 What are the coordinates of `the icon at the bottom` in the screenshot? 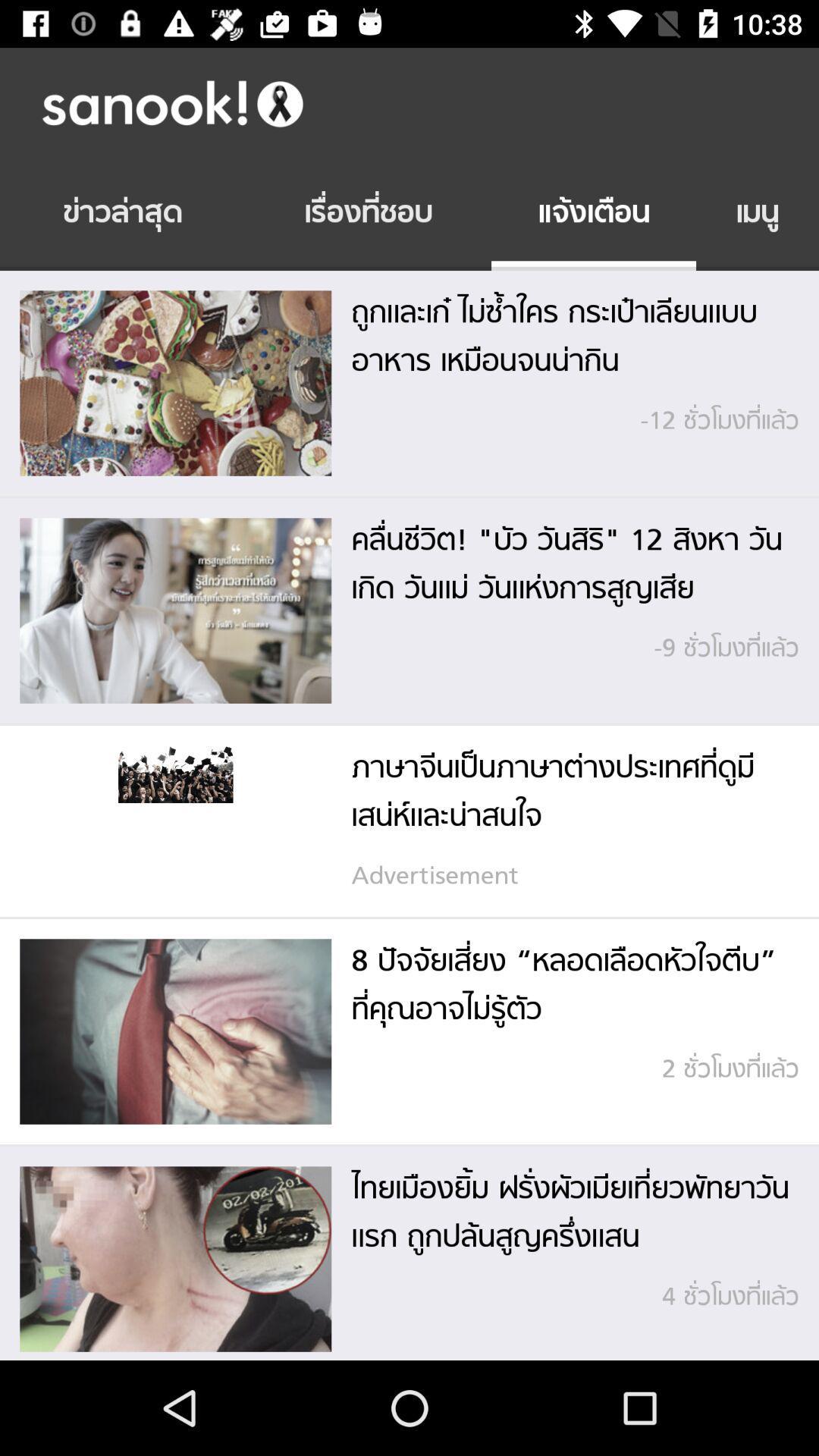 It's located at (409, 1145).